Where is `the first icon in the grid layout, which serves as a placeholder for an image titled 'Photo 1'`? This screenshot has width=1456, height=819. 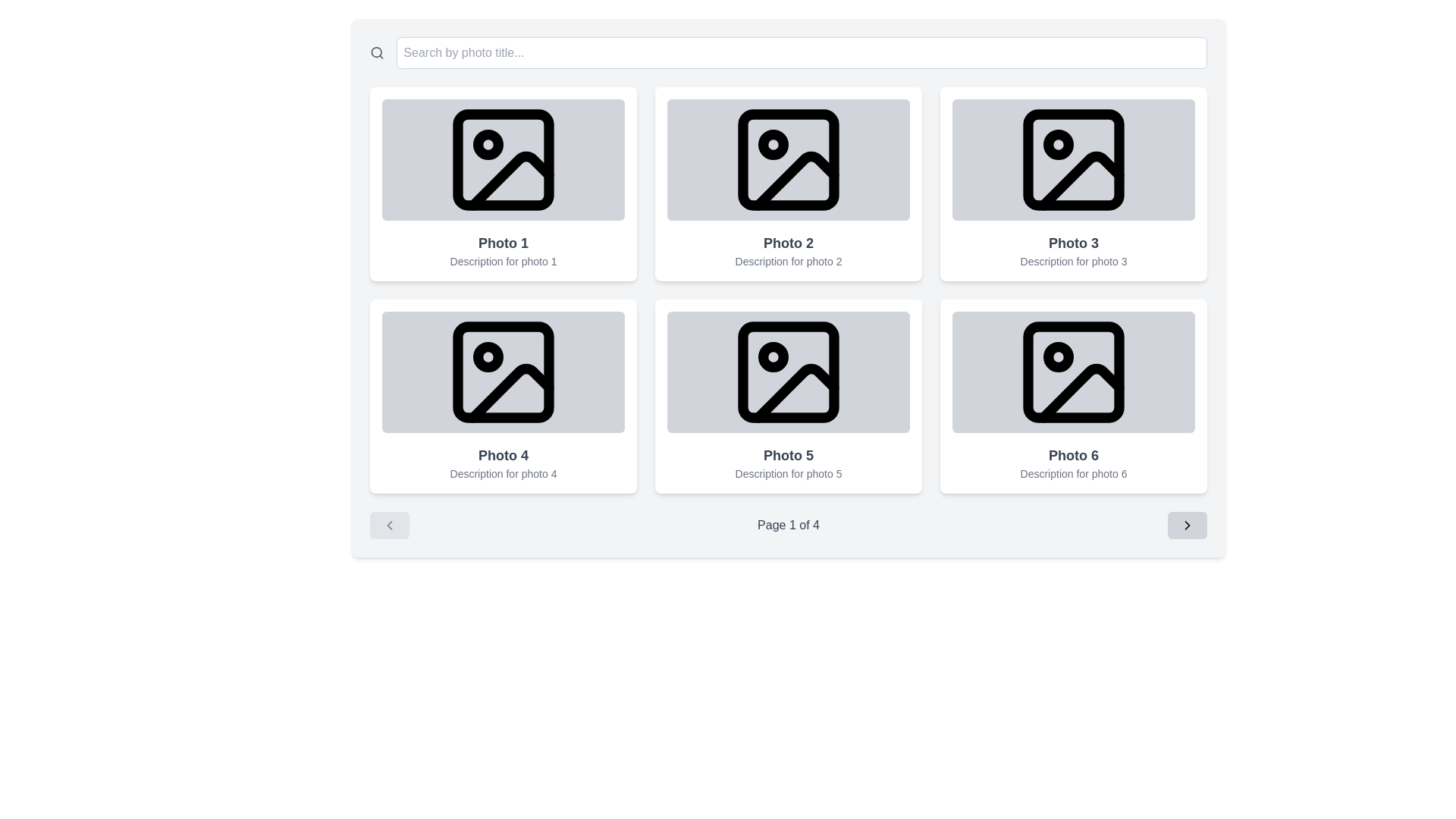 the first icon in the grid layout, which serves as a placeholder for an image titled 'Photo 1' is located at coordinates (503, 160).